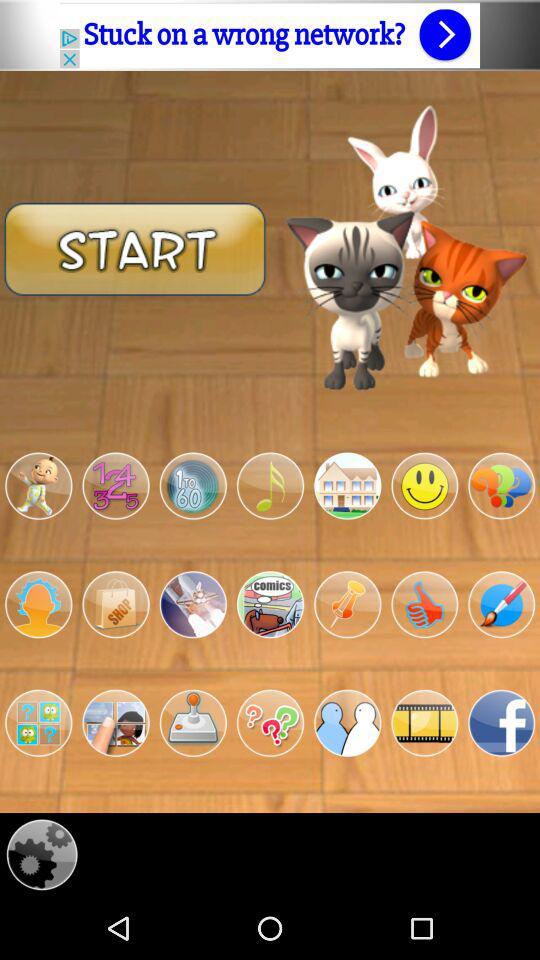 This screenshot has width=540, height=960. I want to click on the 3rd circular image below the start button on the web page, so click(193, 485).